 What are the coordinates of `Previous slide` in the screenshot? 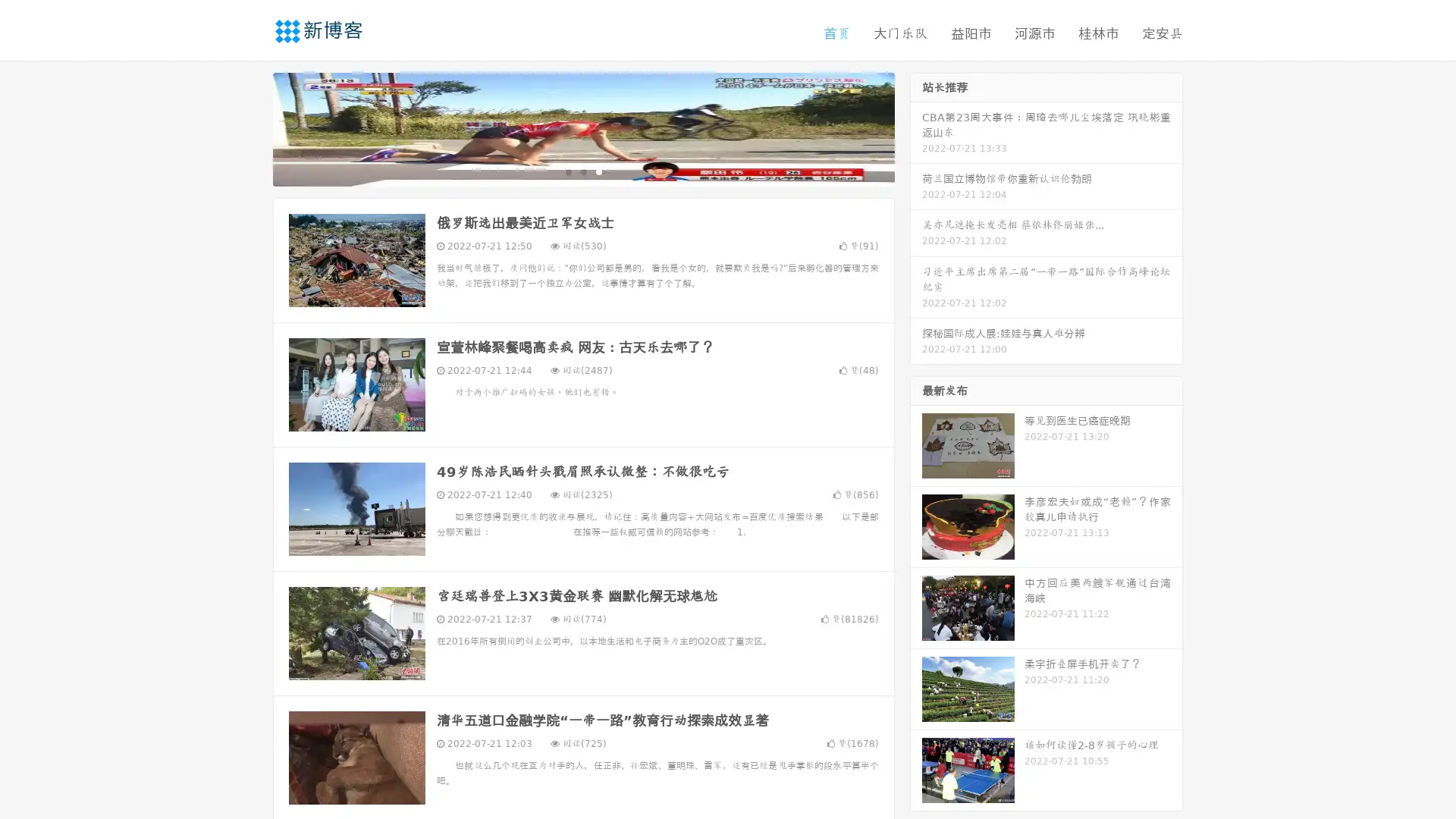 It's located at (250, 127).